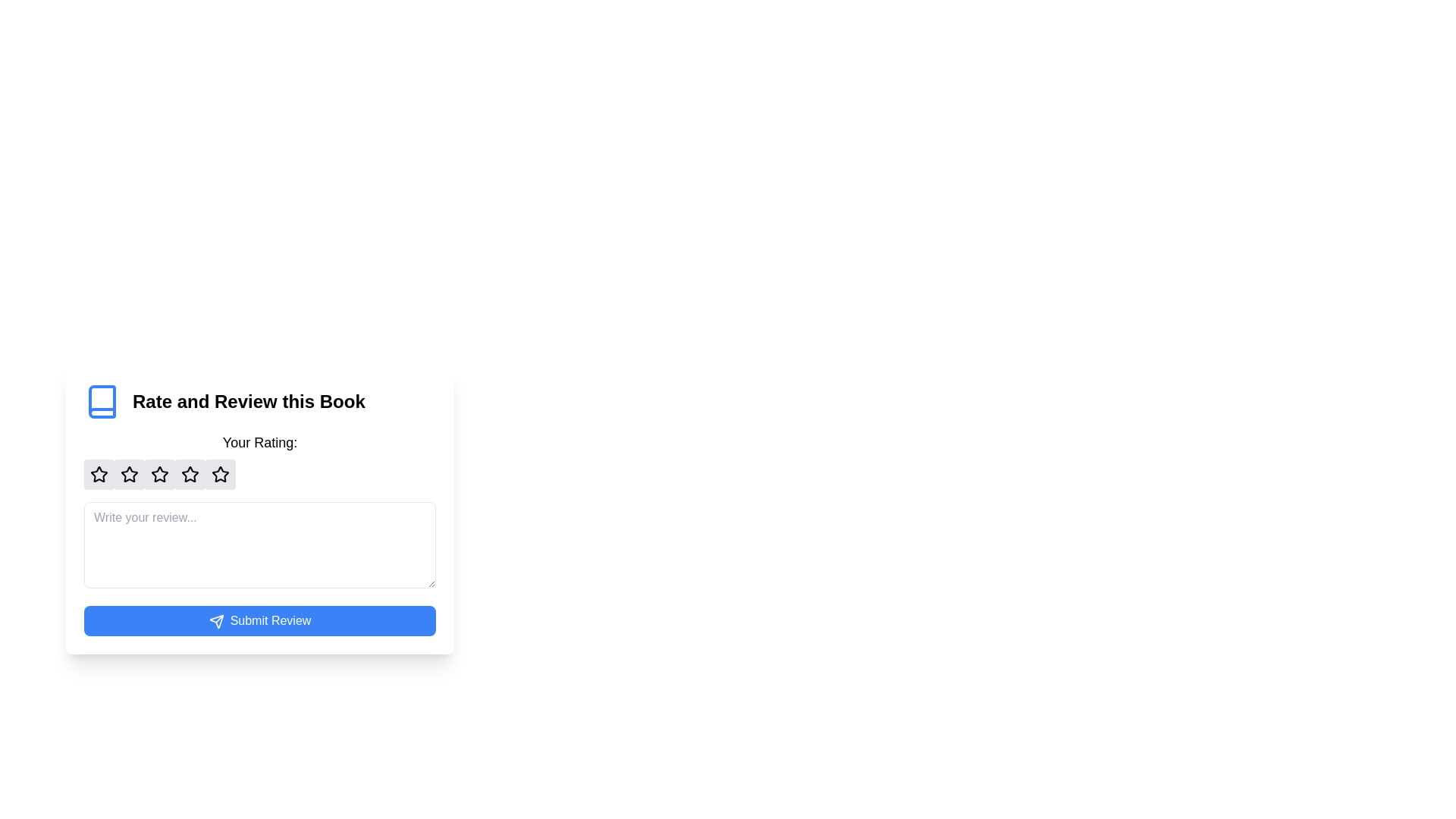 The image size is (1456, 819). What do you see at coordinates (215, 621) in the screenshot?
I see `the small triangular arrow icon within the 'Submit Review' button, which represents a send or submit action` at bounding box center [215, 621].